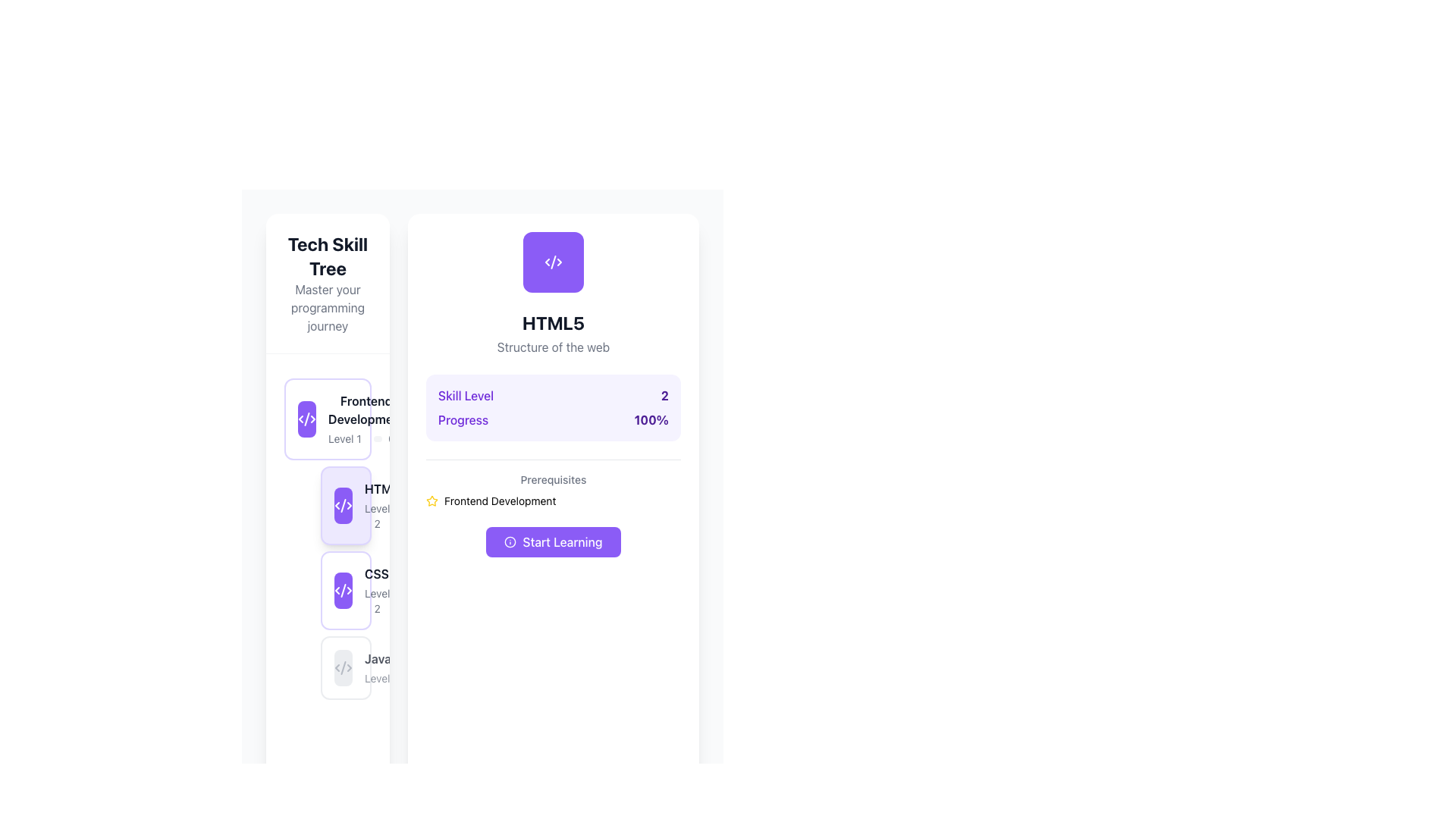  What do you see at coordinates (381, 573) in the screenshot?
I see `text content of the 'CSS3' label, which is the third item in the vertical list of skill items within the 'Tech Skill Tree' sidebar` at bounding box center [381, 573].